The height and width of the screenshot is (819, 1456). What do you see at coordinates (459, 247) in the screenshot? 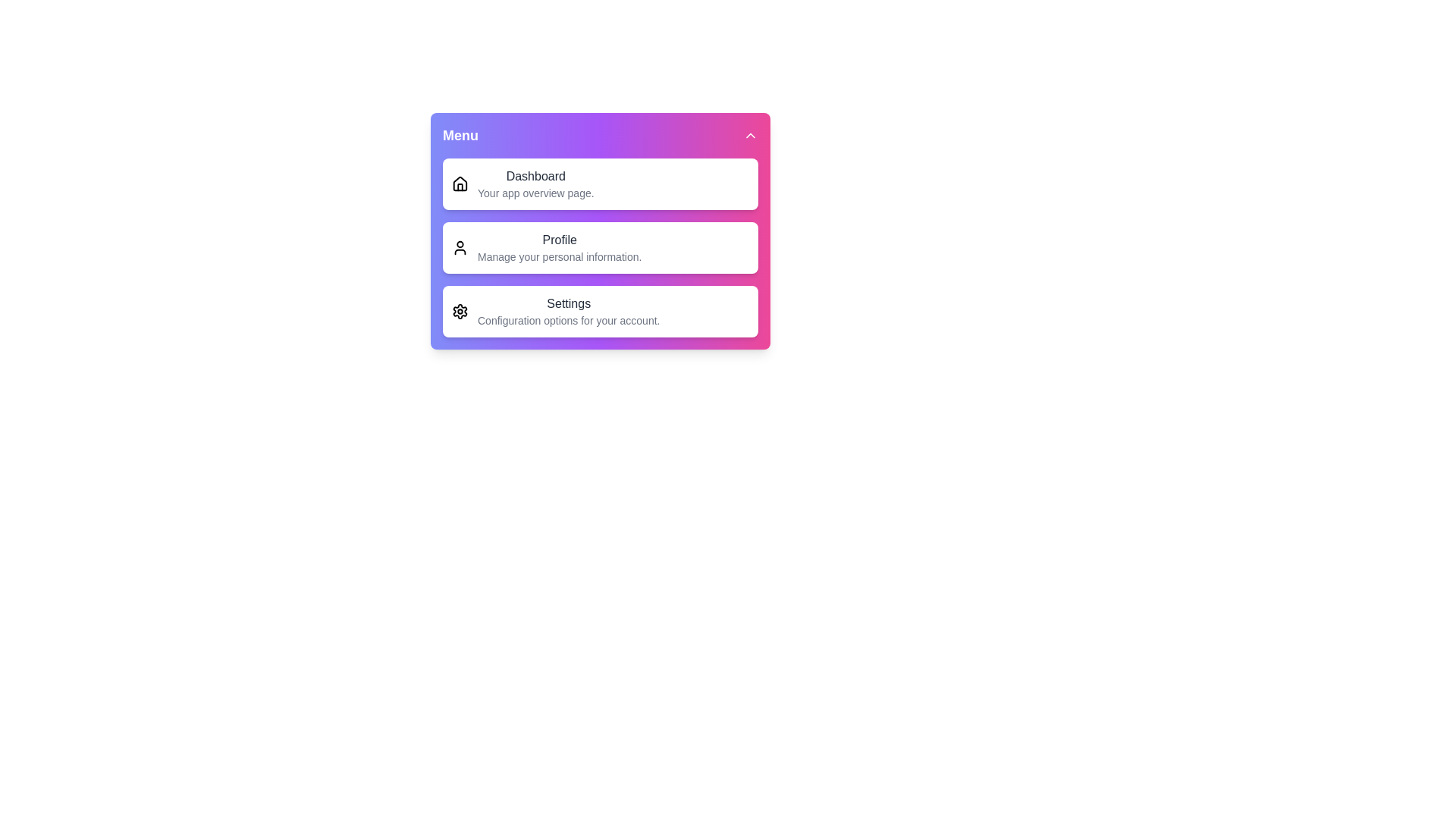
I see `the icon of the Profile menu item` at bounding box center [459, 247].